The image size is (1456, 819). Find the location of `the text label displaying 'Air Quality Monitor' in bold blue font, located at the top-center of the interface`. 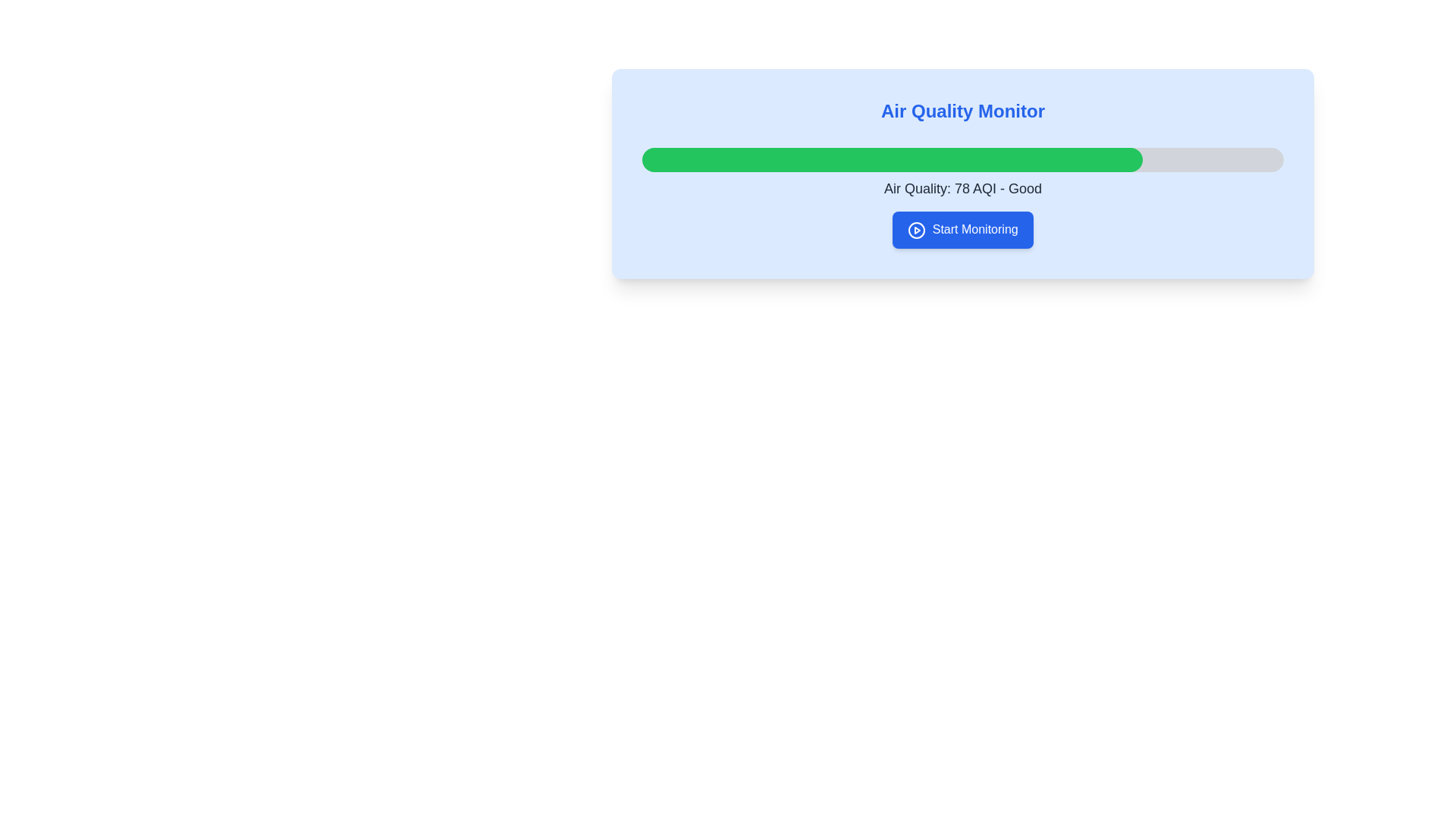

the text label displaying 'Air Quality Monitor' in bold blue font, located at the top-center of the interface is located at coordinates (962, 110).